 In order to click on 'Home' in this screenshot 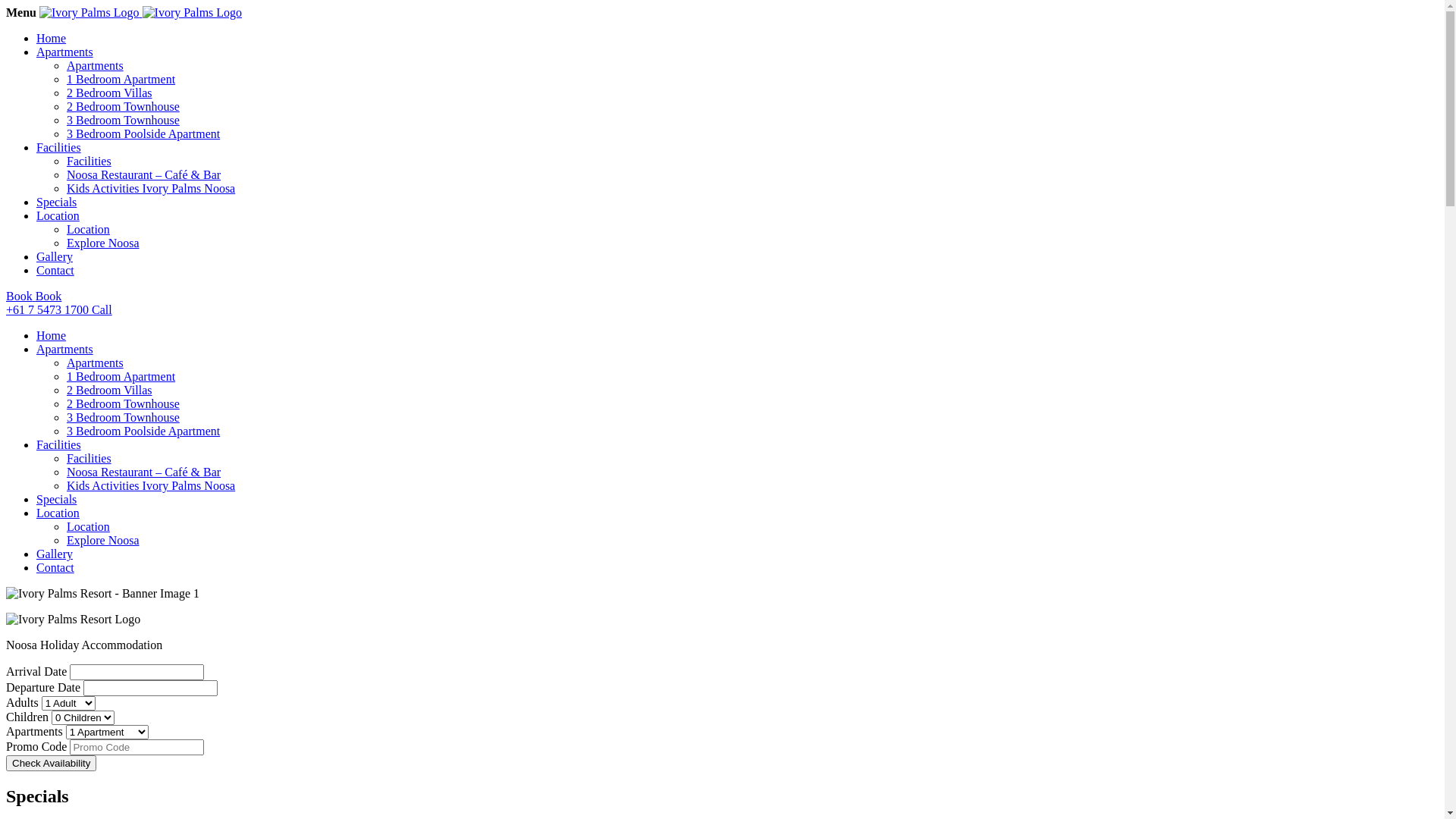, I will do `click(51, 334)`.